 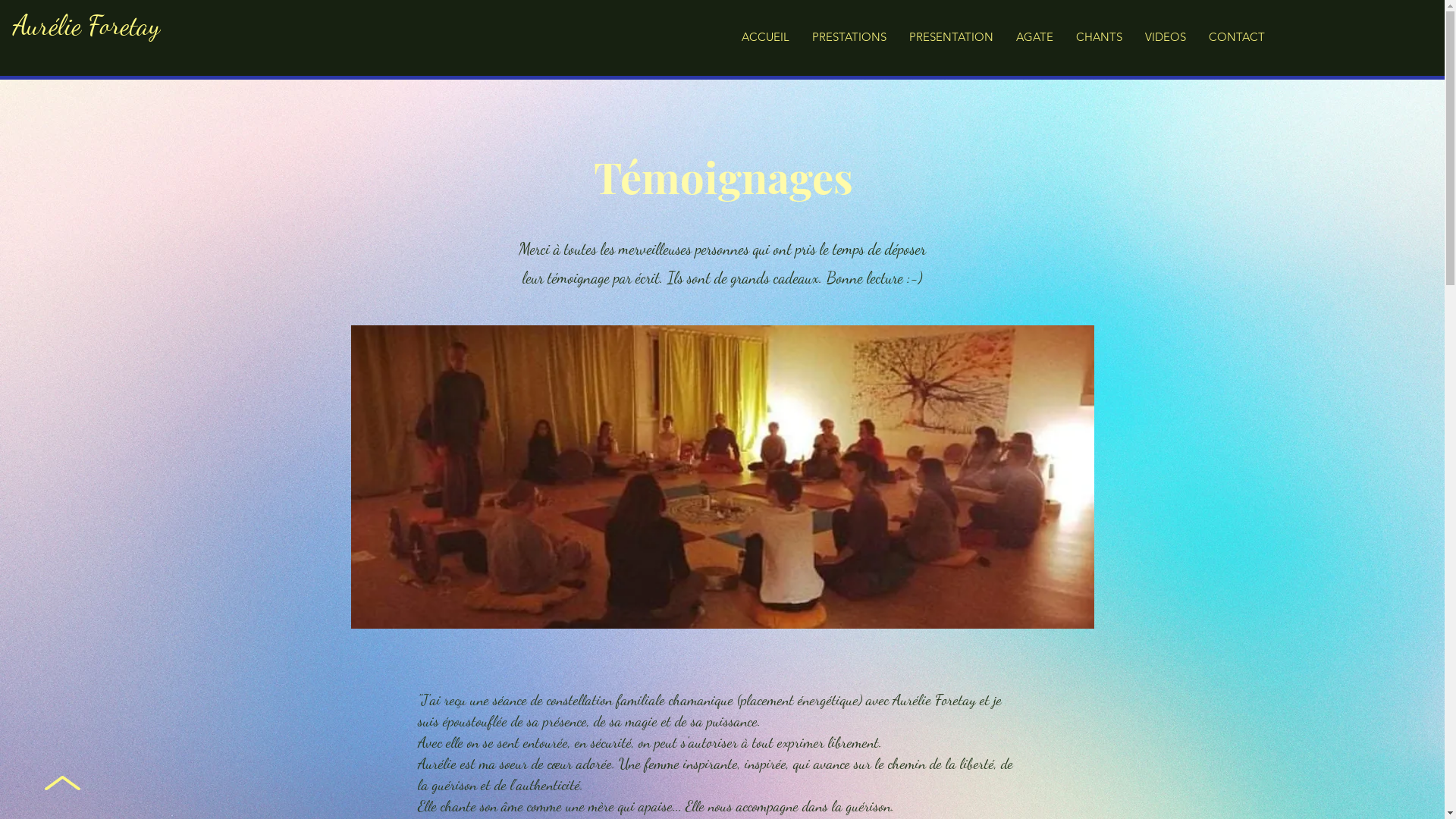 I want to click on 'AGATE', so click(x=1034, y=36).